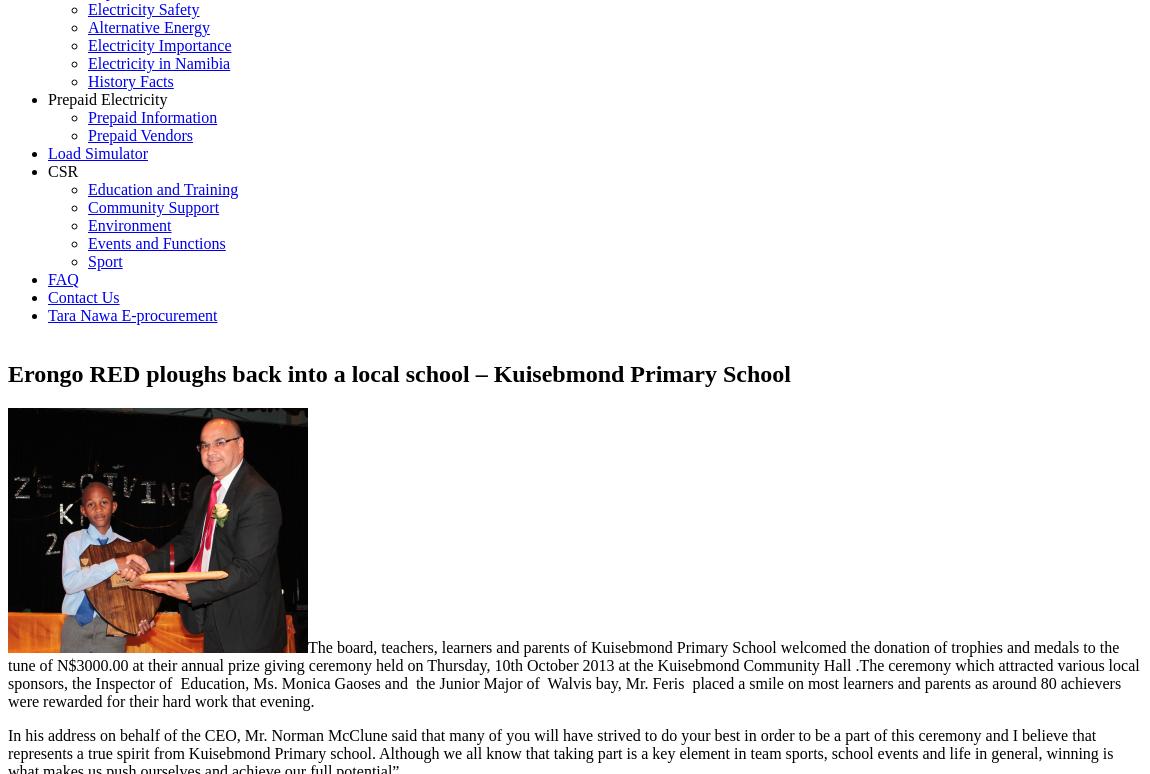 This screenshot has width=1150, height=774. I want to click on 'Events and Functions', so click(155, 243).